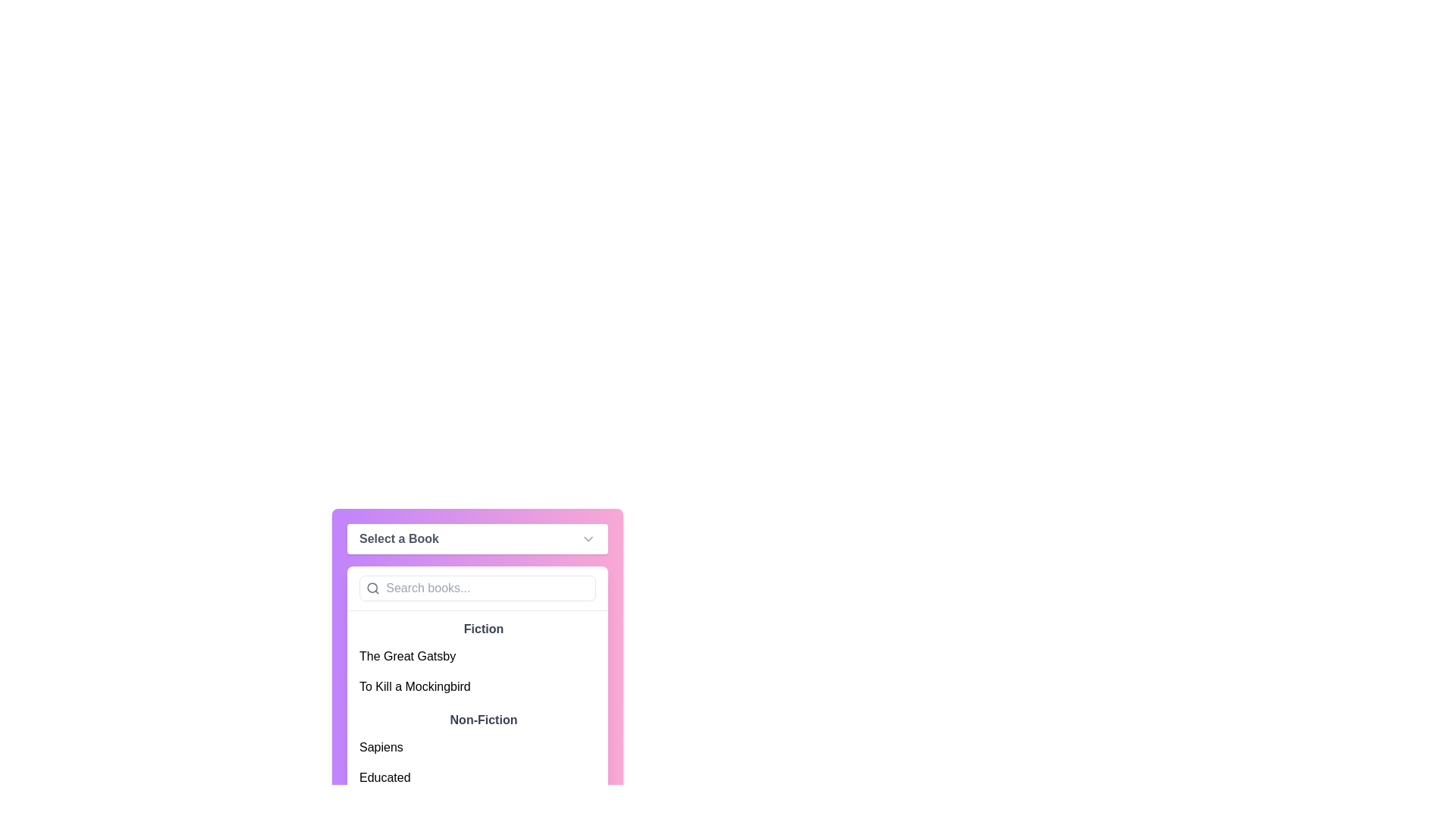  What do you see at coordinates (372, 587) in the screenshot?
I see `the circular magnifying glass icon located within the search input box labeled 'Search books...'` at bounding box center [372, 587].